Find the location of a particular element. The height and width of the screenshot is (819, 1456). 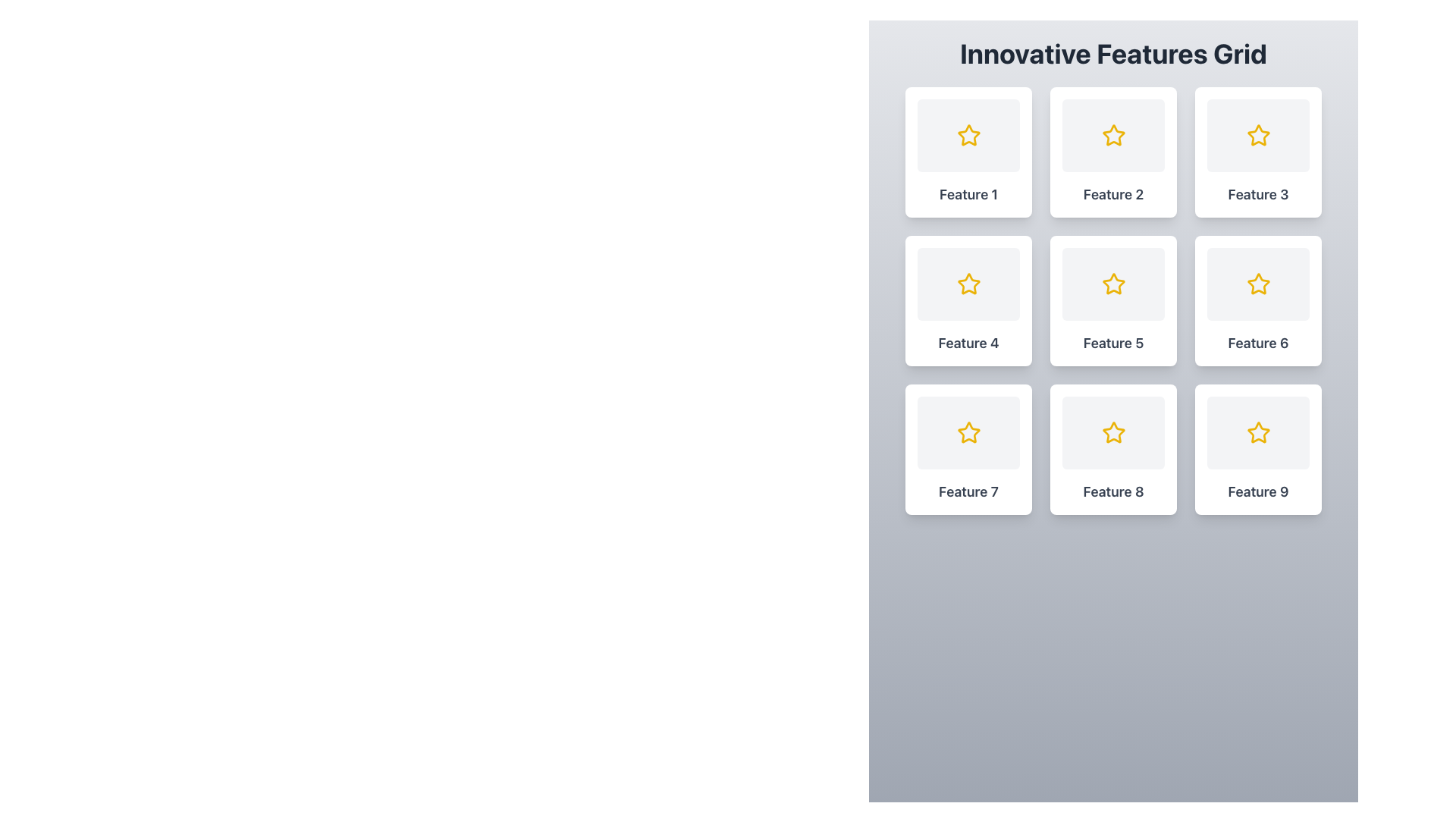

the yellow star icon located in the top row, third column of a 3x3 grid is located at coordinates (1258, 134).